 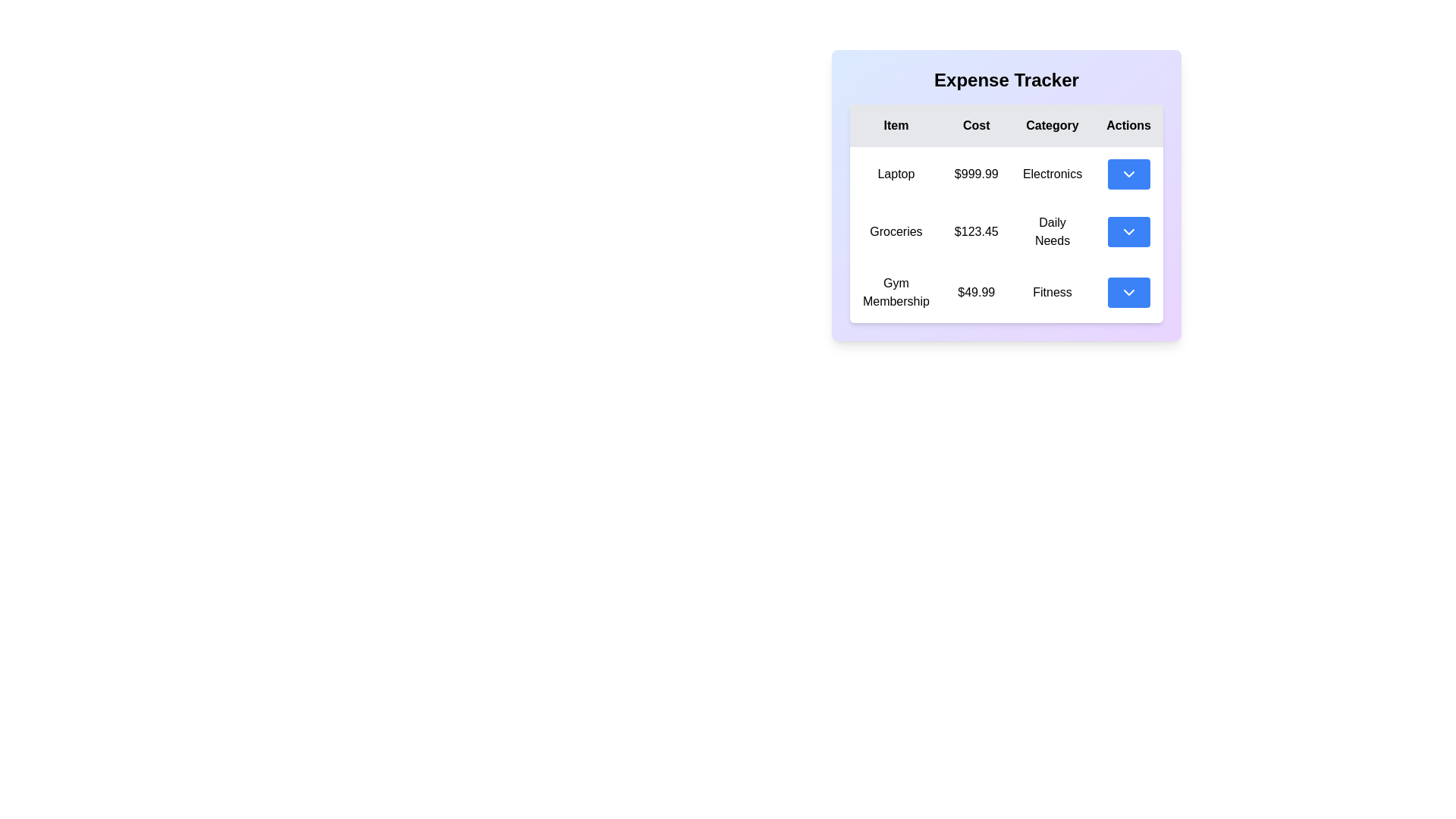 I want to click on the text label reading 'Gym Membership', which is the first text component in the third row of a grid-like table layout, so click(x=896, y=292).